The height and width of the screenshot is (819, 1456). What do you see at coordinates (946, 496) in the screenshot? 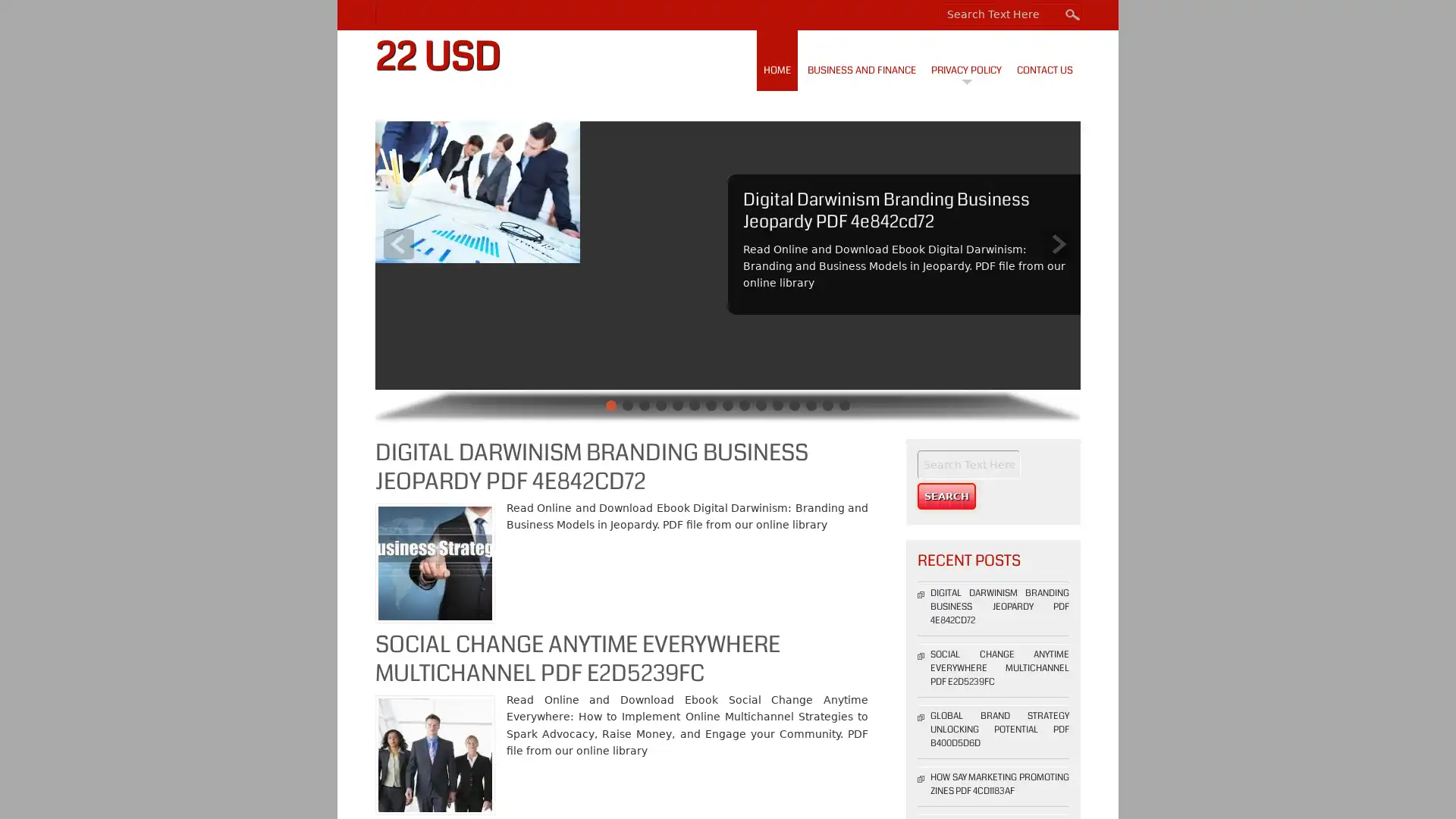
I see `Search` at bounding box center [946, 496].